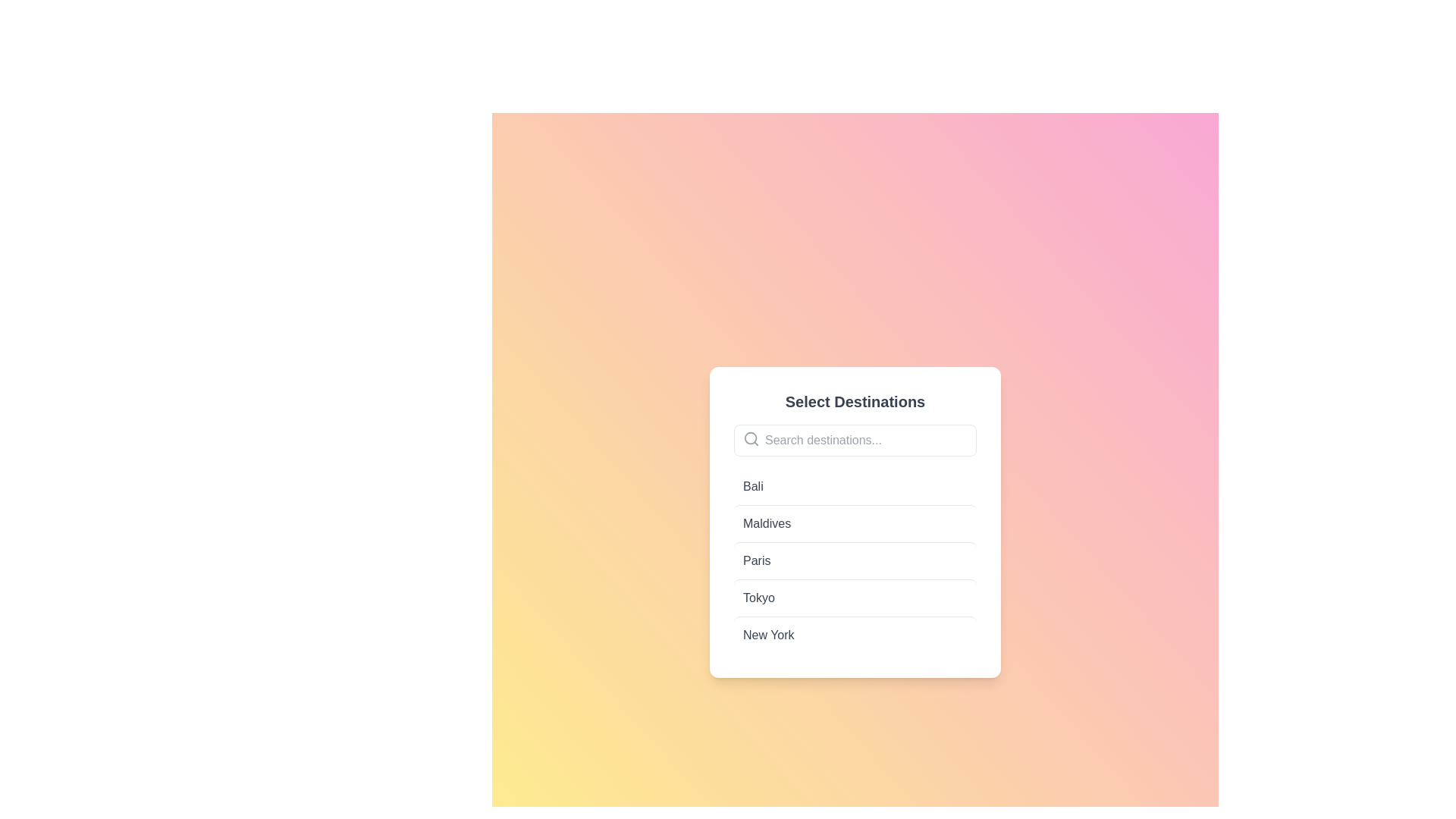 This screenshot has width=1456, height=819. Describe the element at coordinates (855, 561) in the screenshot. I see `the 'Paris' destination list item, which is the third item in a vertical list under 'Bali' and 'Maldives'` at that location.